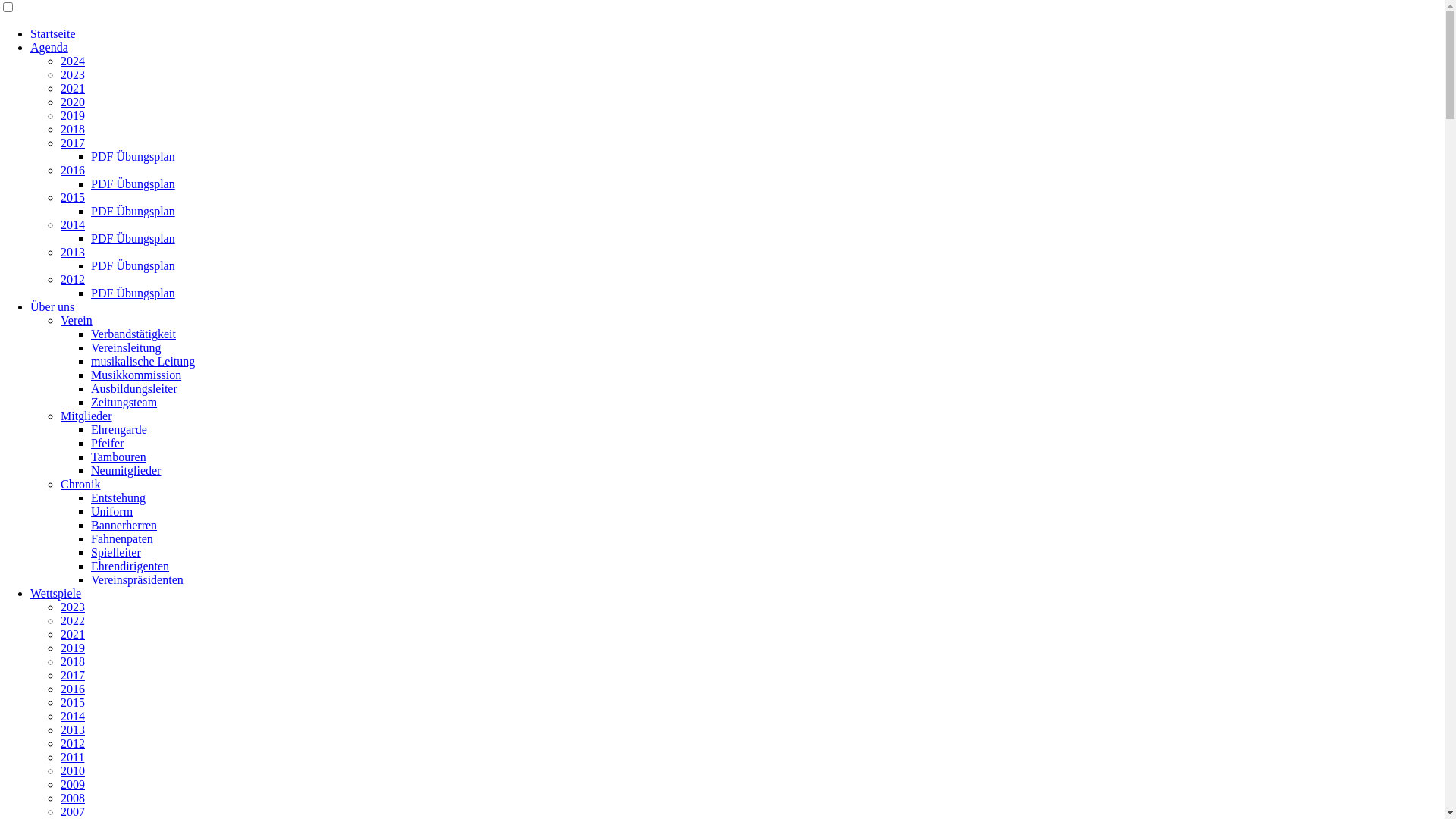  I want to click on '2007', so click(72, 811).